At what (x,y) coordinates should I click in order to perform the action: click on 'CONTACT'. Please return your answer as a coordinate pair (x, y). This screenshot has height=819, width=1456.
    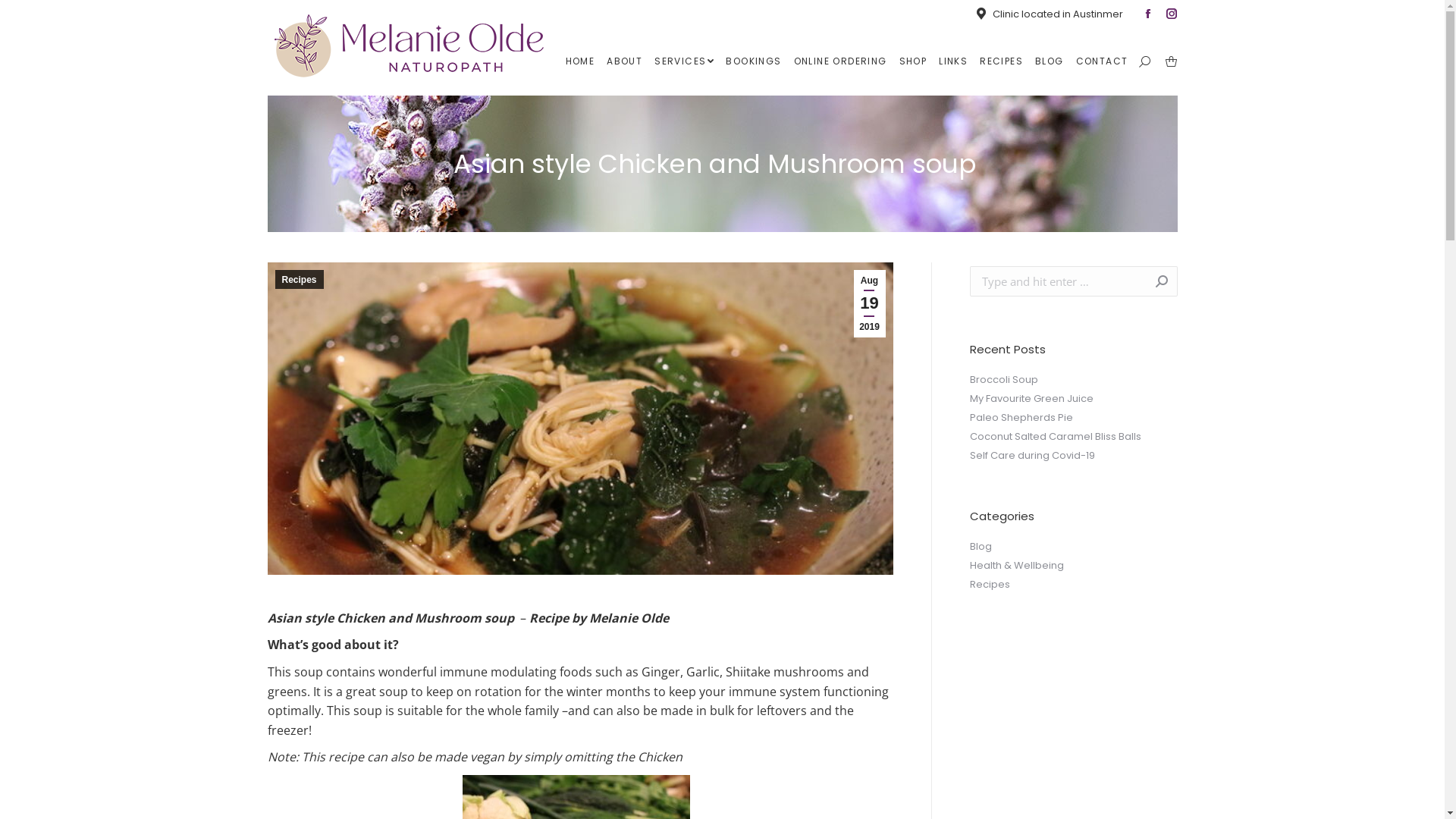
    Looking at the image, I should click on (1102, 61).